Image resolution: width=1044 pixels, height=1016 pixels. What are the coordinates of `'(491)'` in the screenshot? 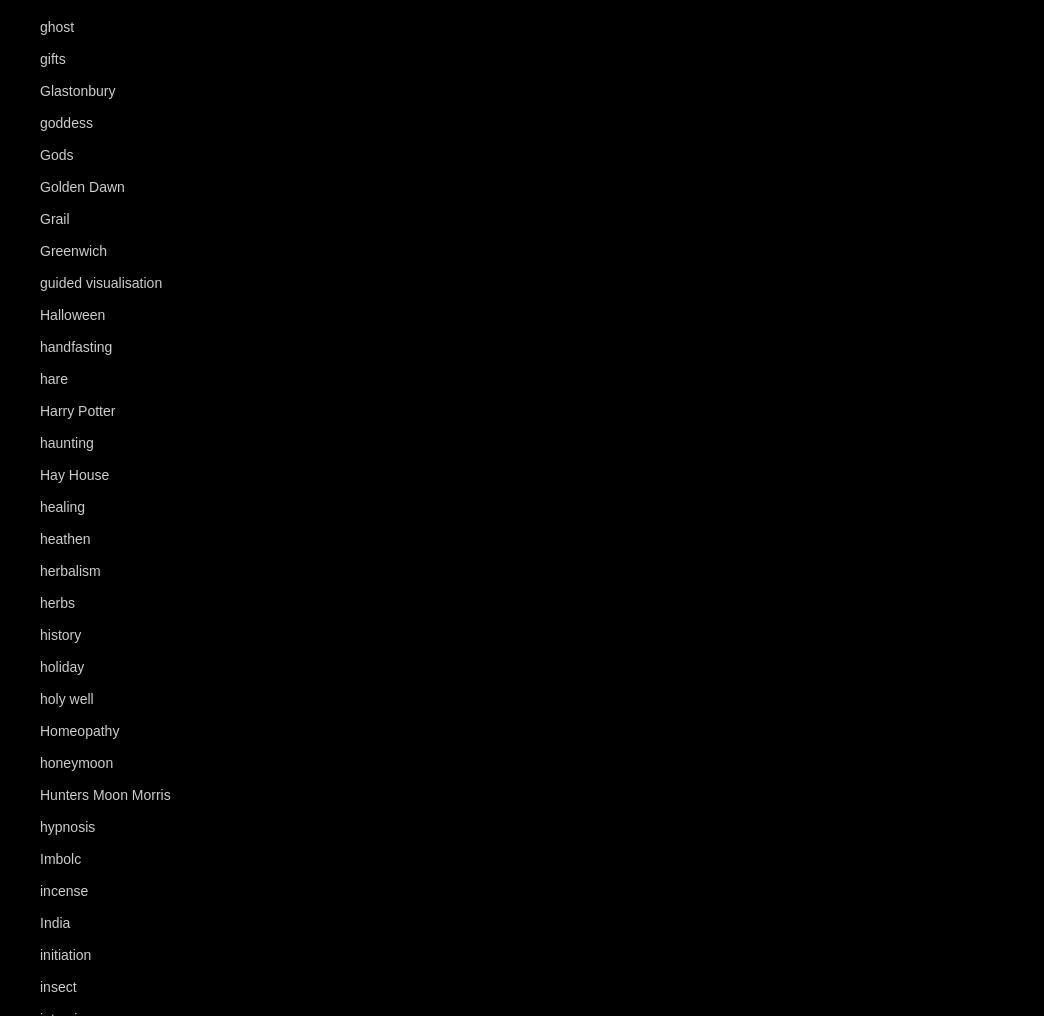 It's located at (100, 635).